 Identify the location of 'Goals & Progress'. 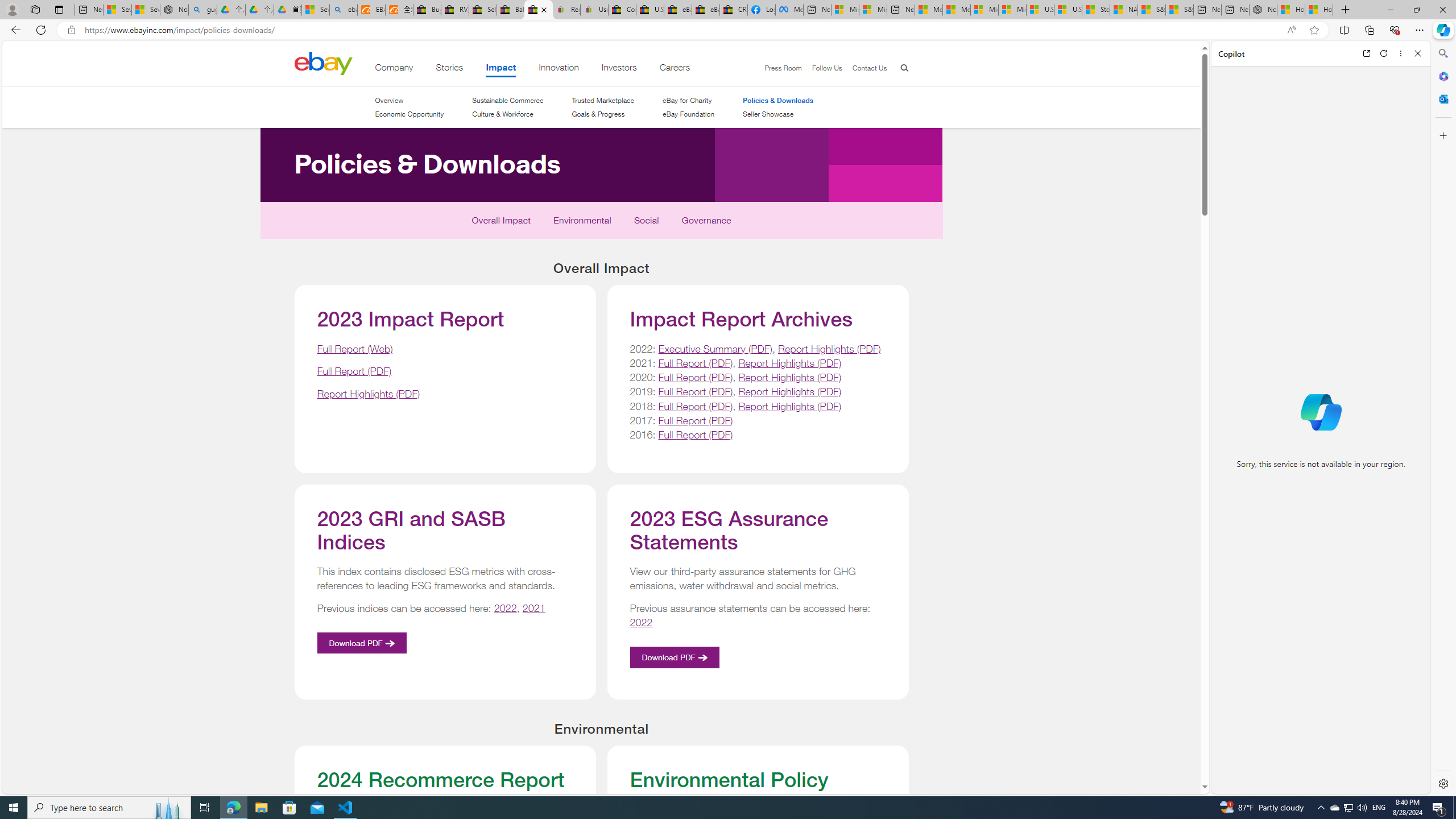
(603, 113).